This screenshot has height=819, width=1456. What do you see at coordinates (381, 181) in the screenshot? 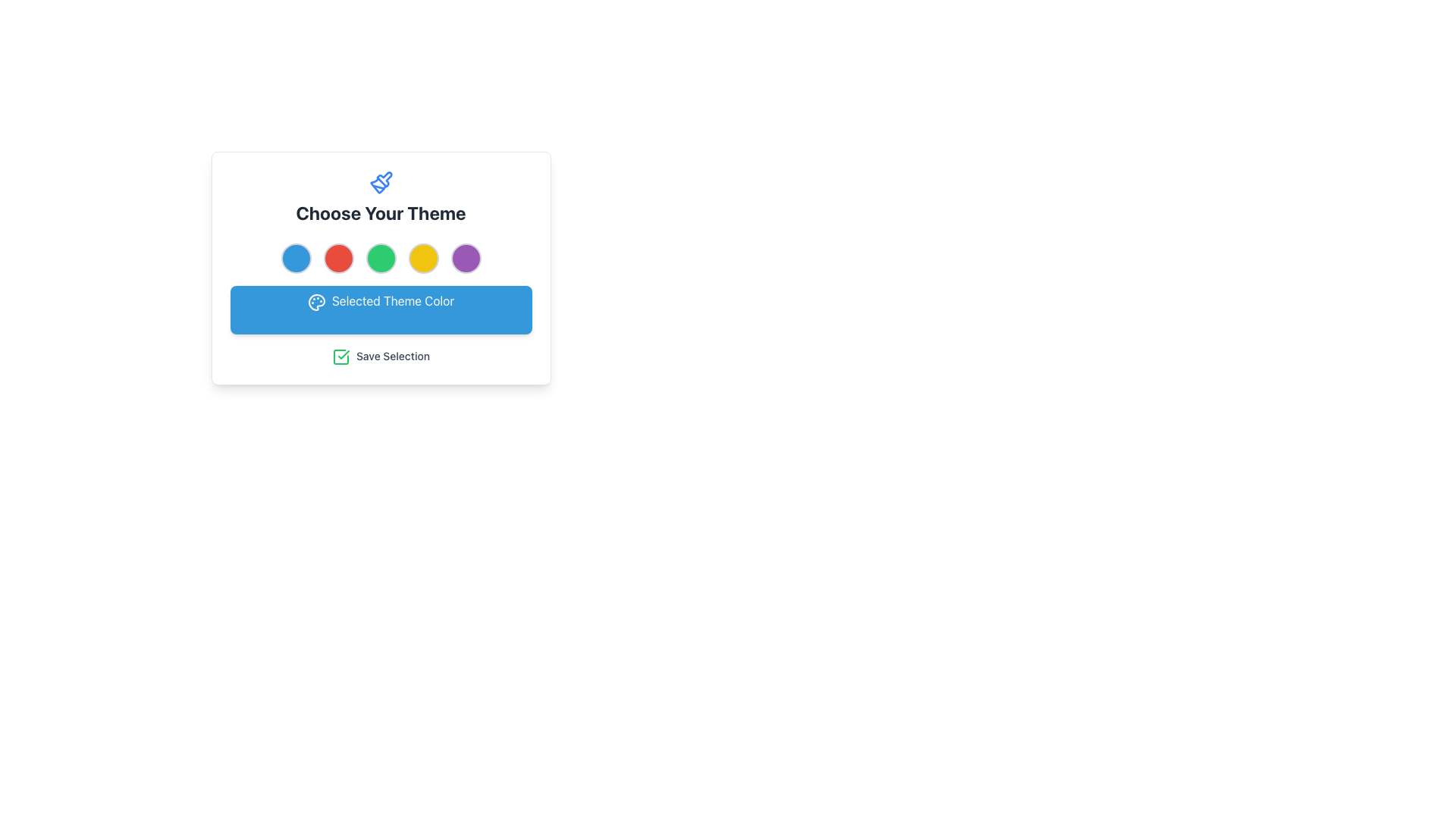
I see `the paintbrush icon that visually represents the theme selection functionality, located directly above the header text 'Choose Your Theme'` at bounding box center [381, 181].